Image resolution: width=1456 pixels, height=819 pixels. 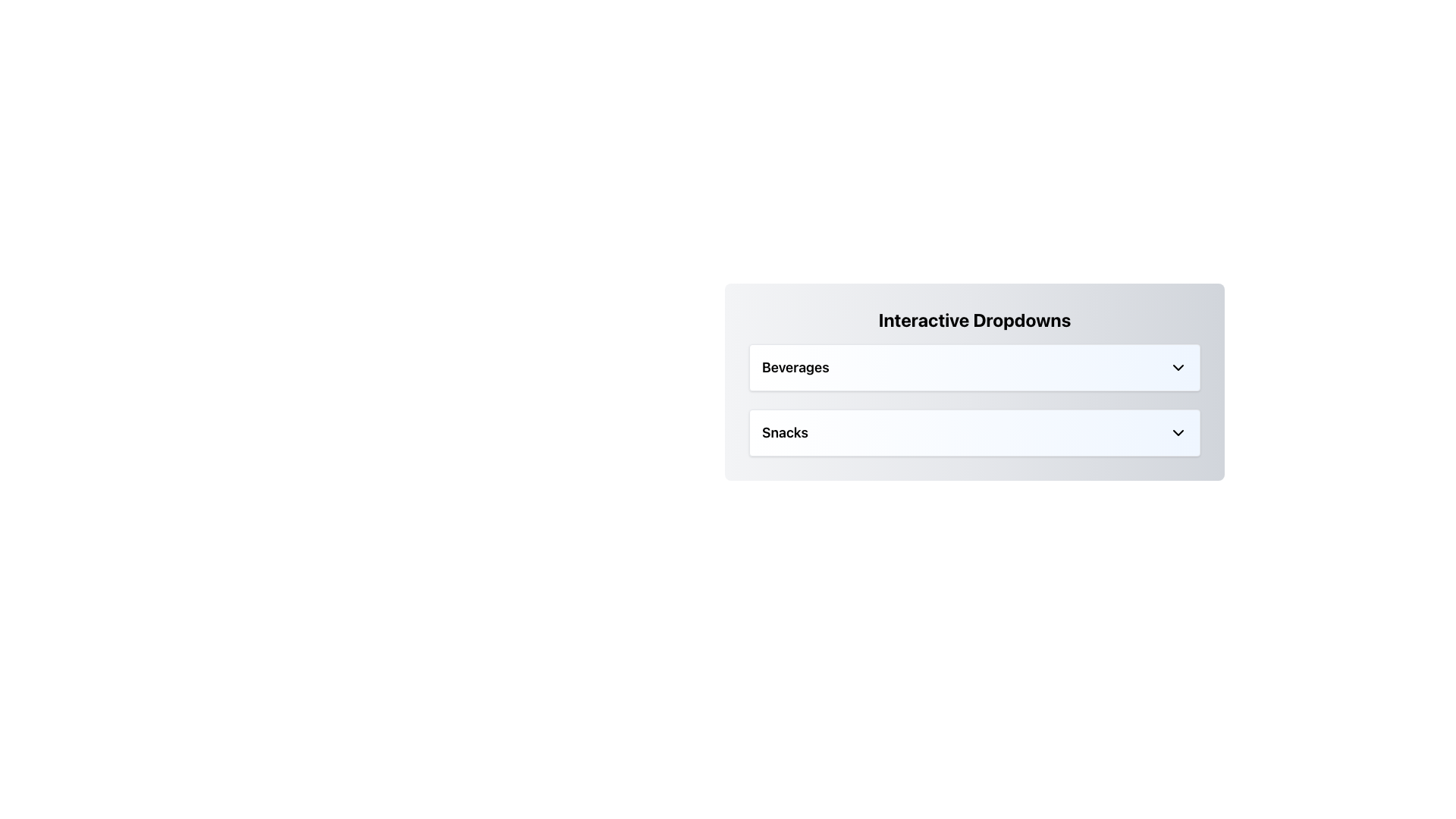 I want to click on the 'Beverages' dropdown toggle, so click(x=974, y=368).